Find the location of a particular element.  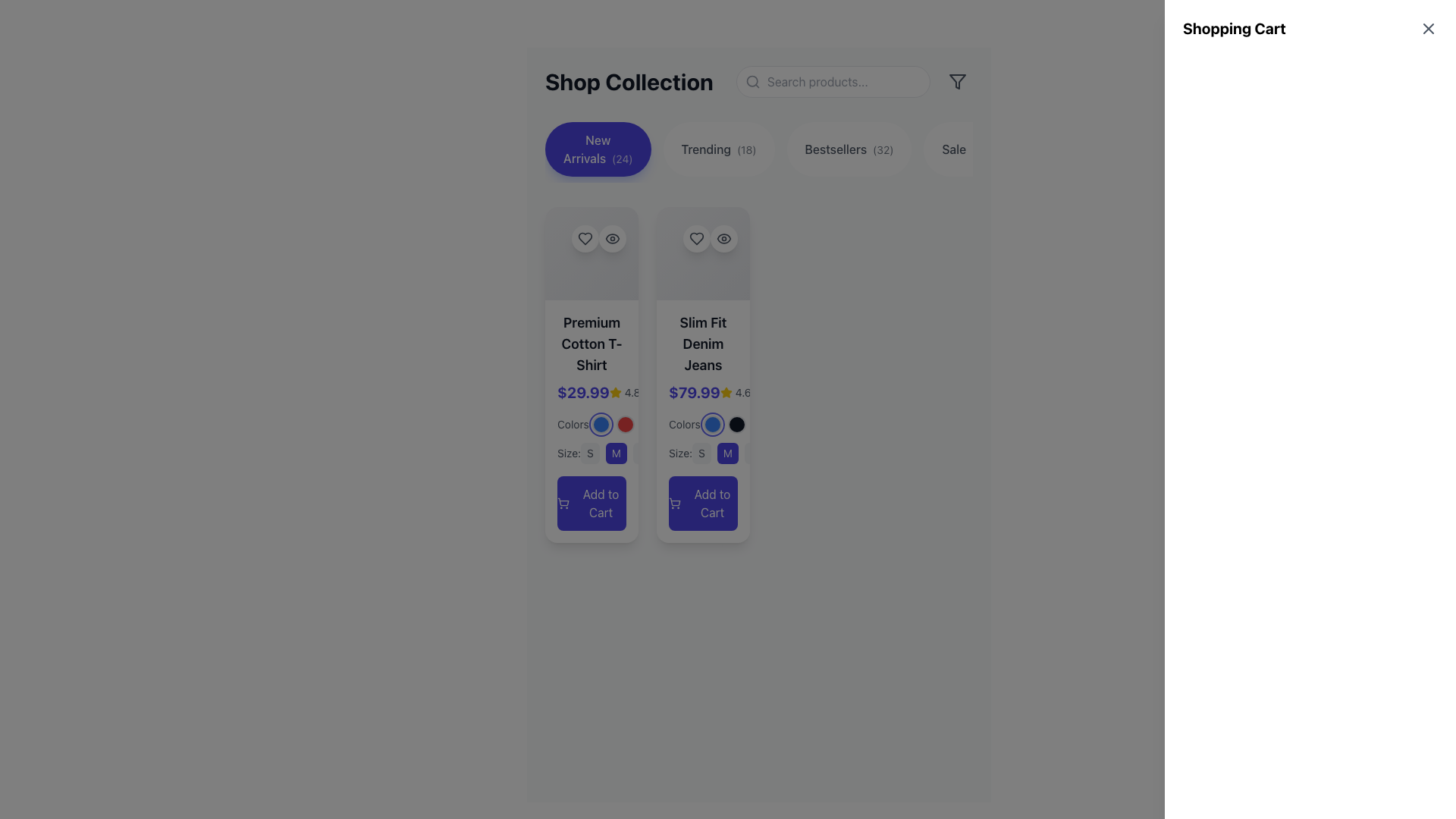

properties of the circular component that is part of the magnifying glass icon within the search bar located at the top center-right of the interface is located at coordinates (752, 81).